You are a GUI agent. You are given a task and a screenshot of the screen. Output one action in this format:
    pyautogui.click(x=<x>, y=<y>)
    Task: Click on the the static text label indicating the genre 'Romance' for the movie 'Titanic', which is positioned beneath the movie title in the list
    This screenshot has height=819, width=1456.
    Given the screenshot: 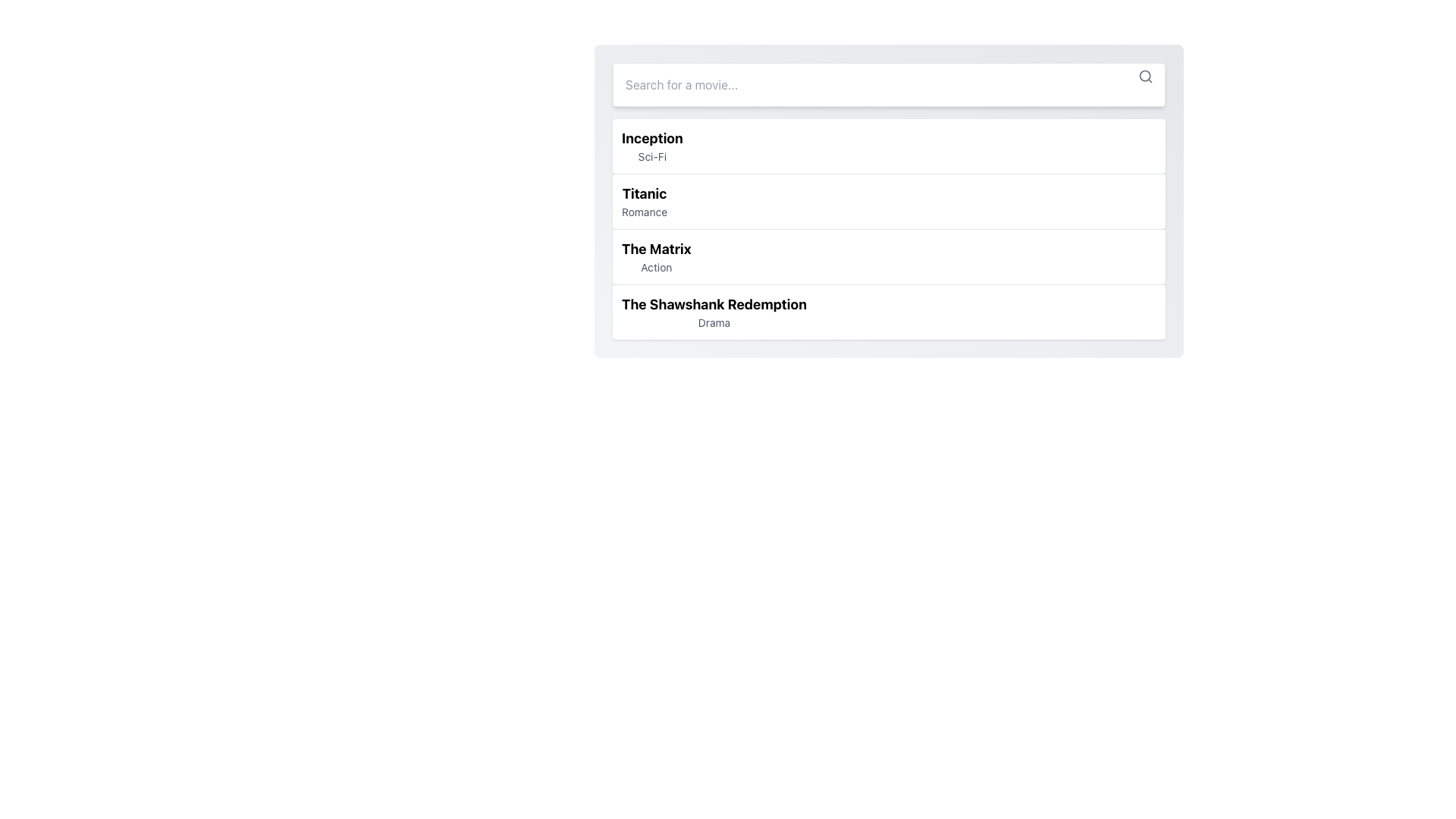 What is the action you would take?
    pyautogui.click(x=644, y=212)
    